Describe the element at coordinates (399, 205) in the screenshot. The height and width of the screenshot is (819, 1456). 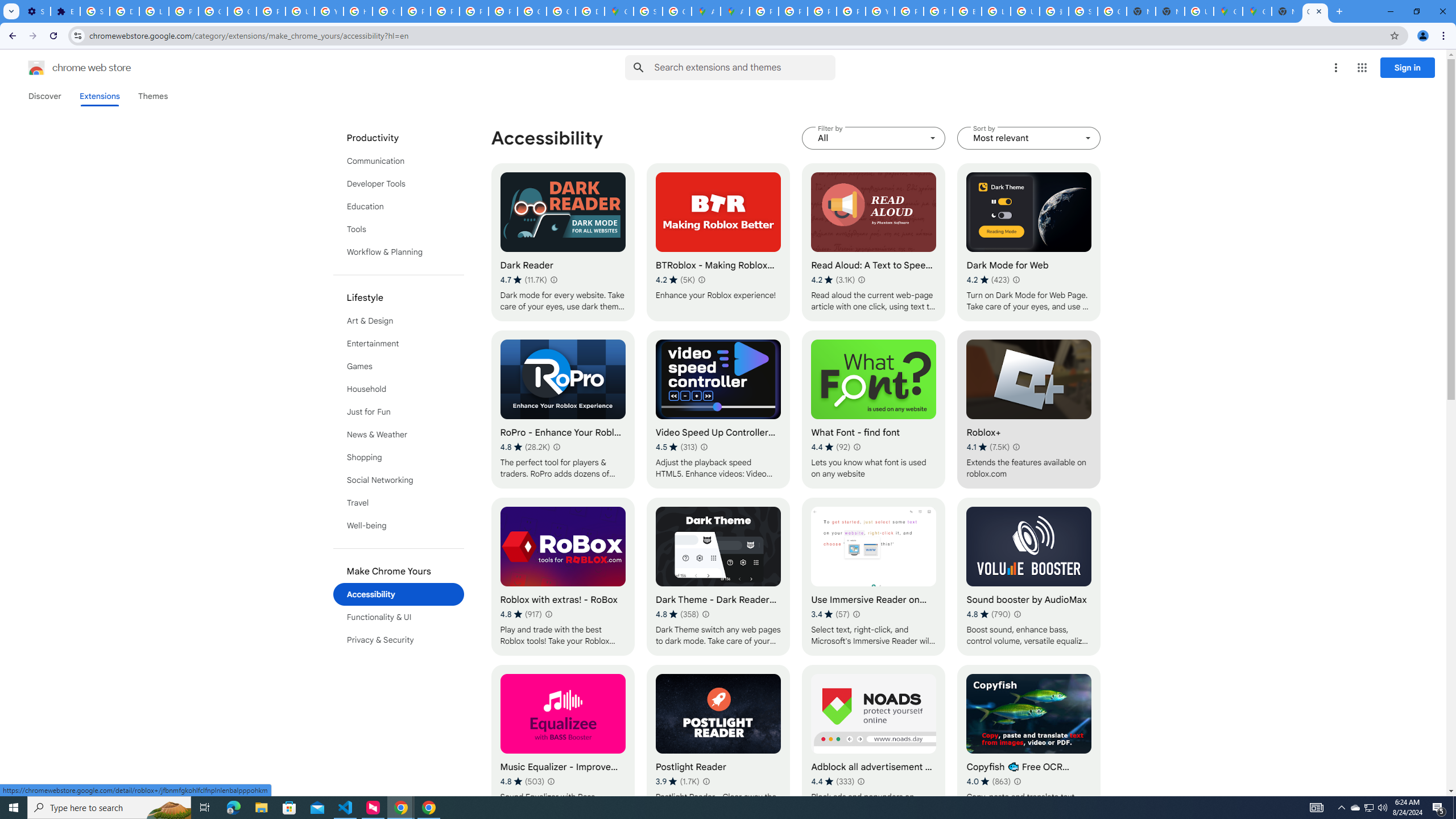
I see `'Education'` at that location.